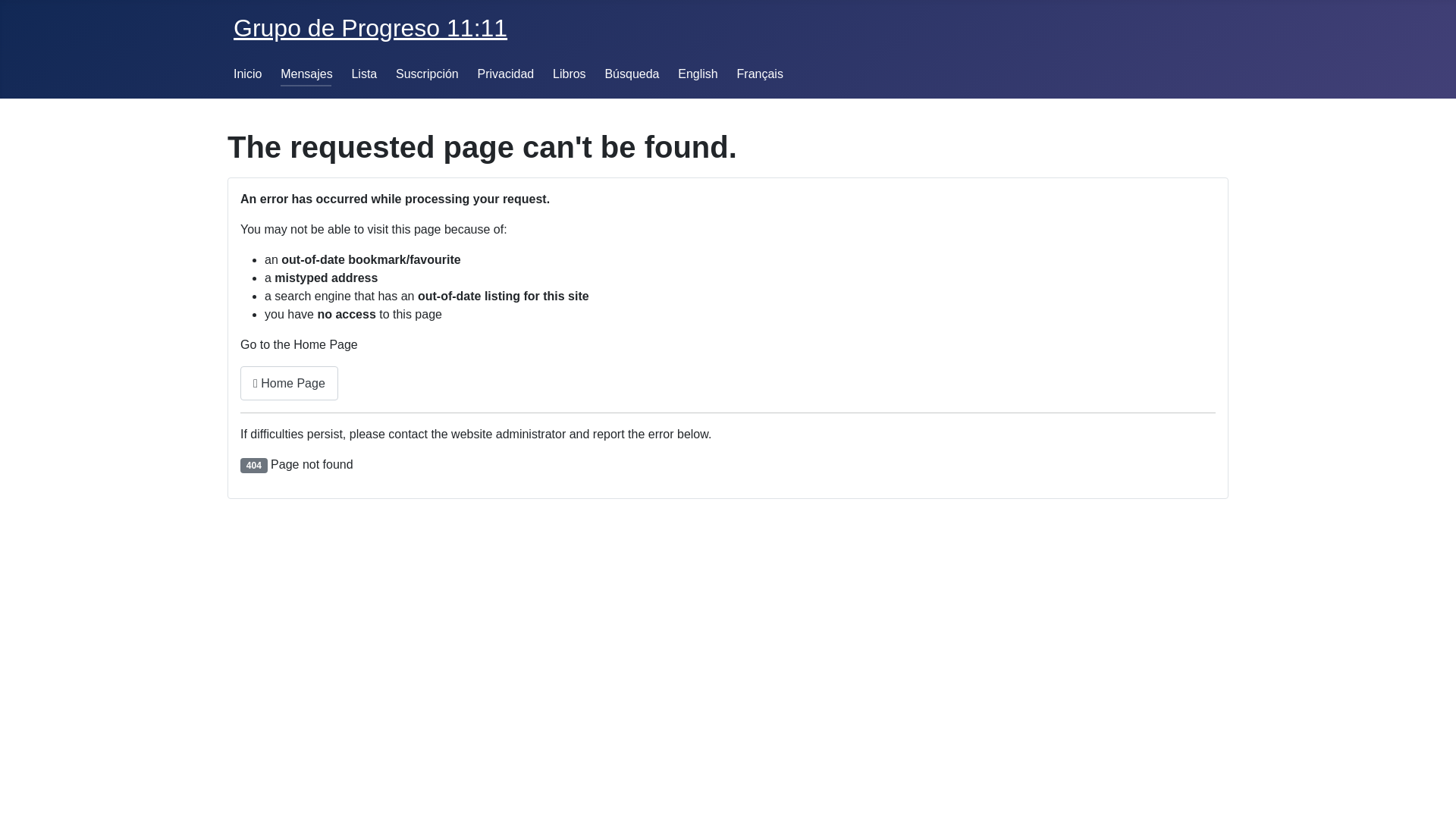 This screenshot has width=1456, height=819. I want to click on 'Grupo de Progreso 11:11', so click(370, 28).